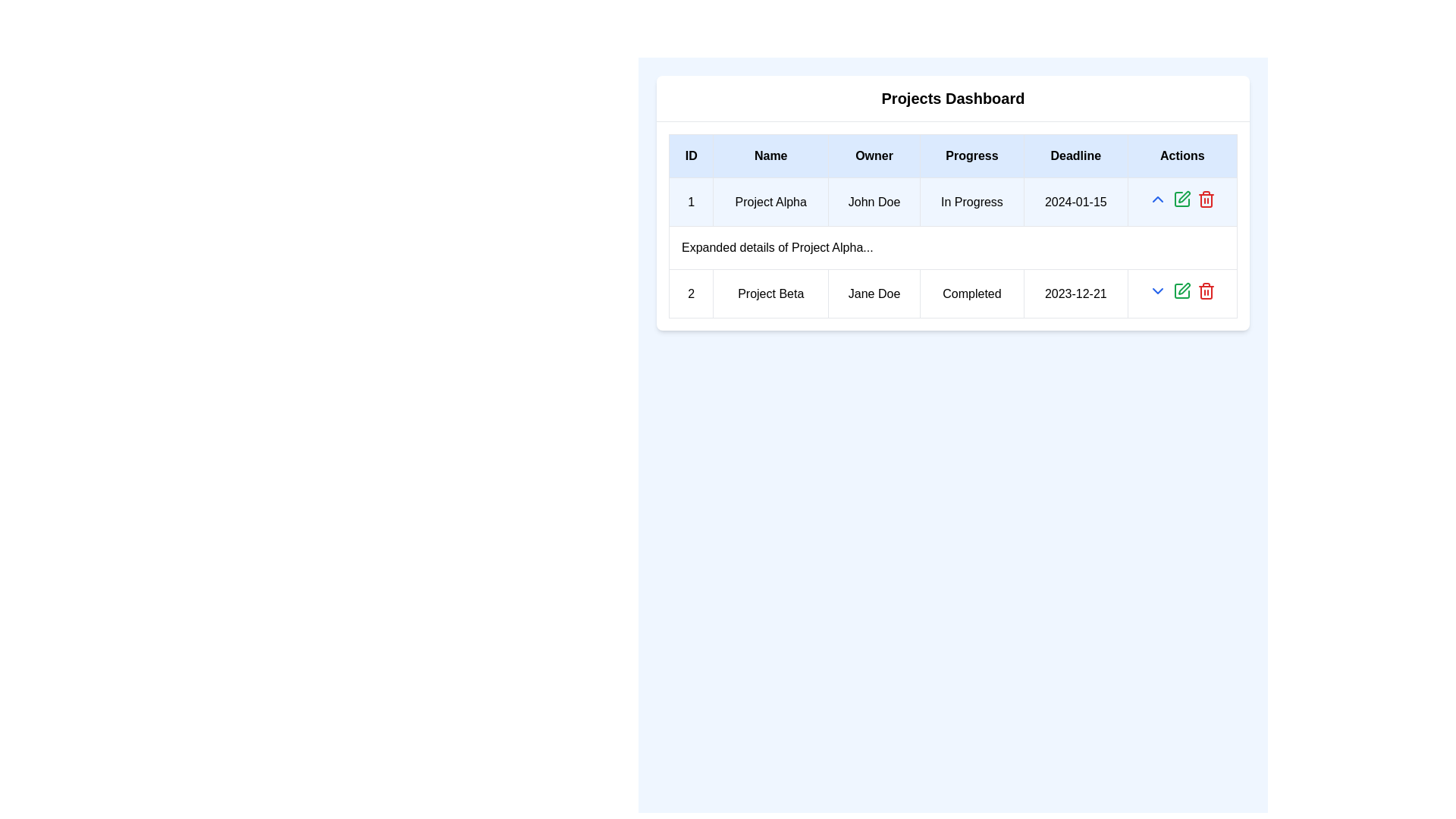  Describe the element at coordinates (1157, 198) in the screenshot. I see `the upward action button located in the second row under the actions column of the displayed table` at that location.